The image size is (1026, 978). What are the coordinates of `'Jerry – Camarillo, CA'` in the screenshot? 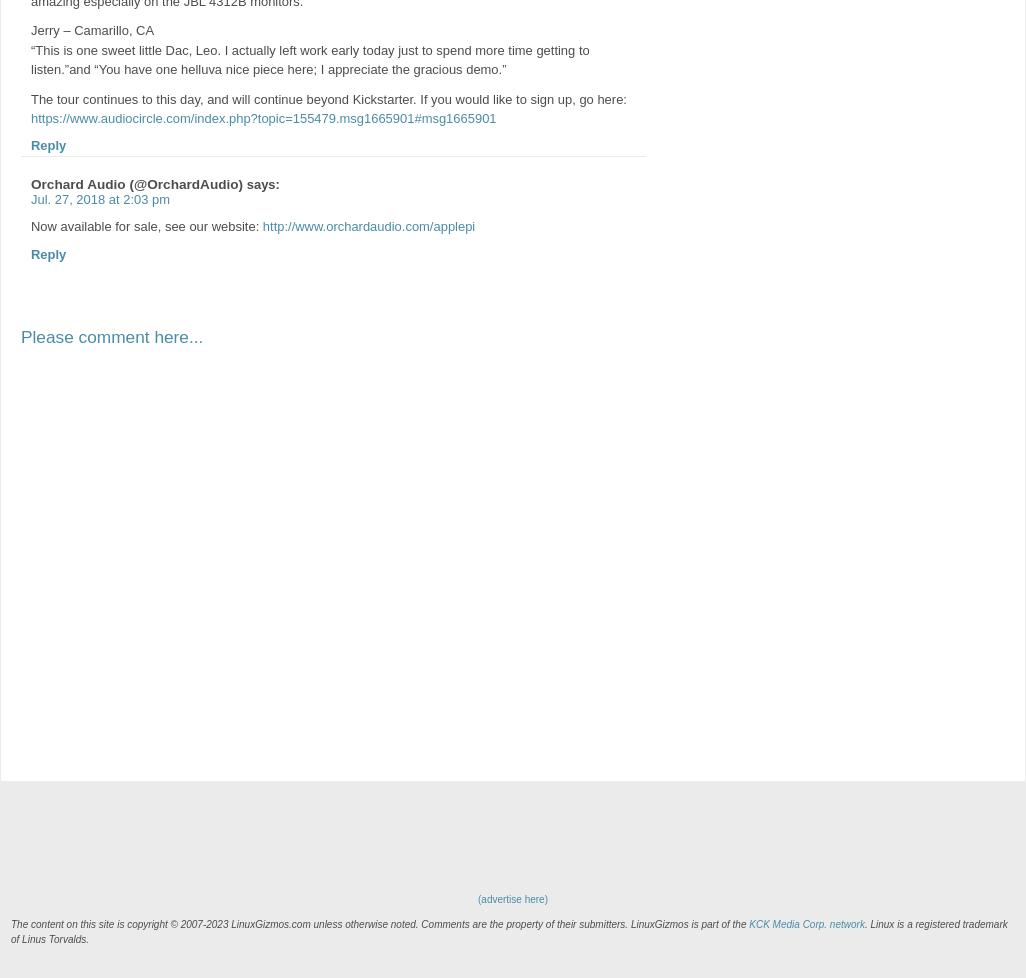 It's located at (30, 30).